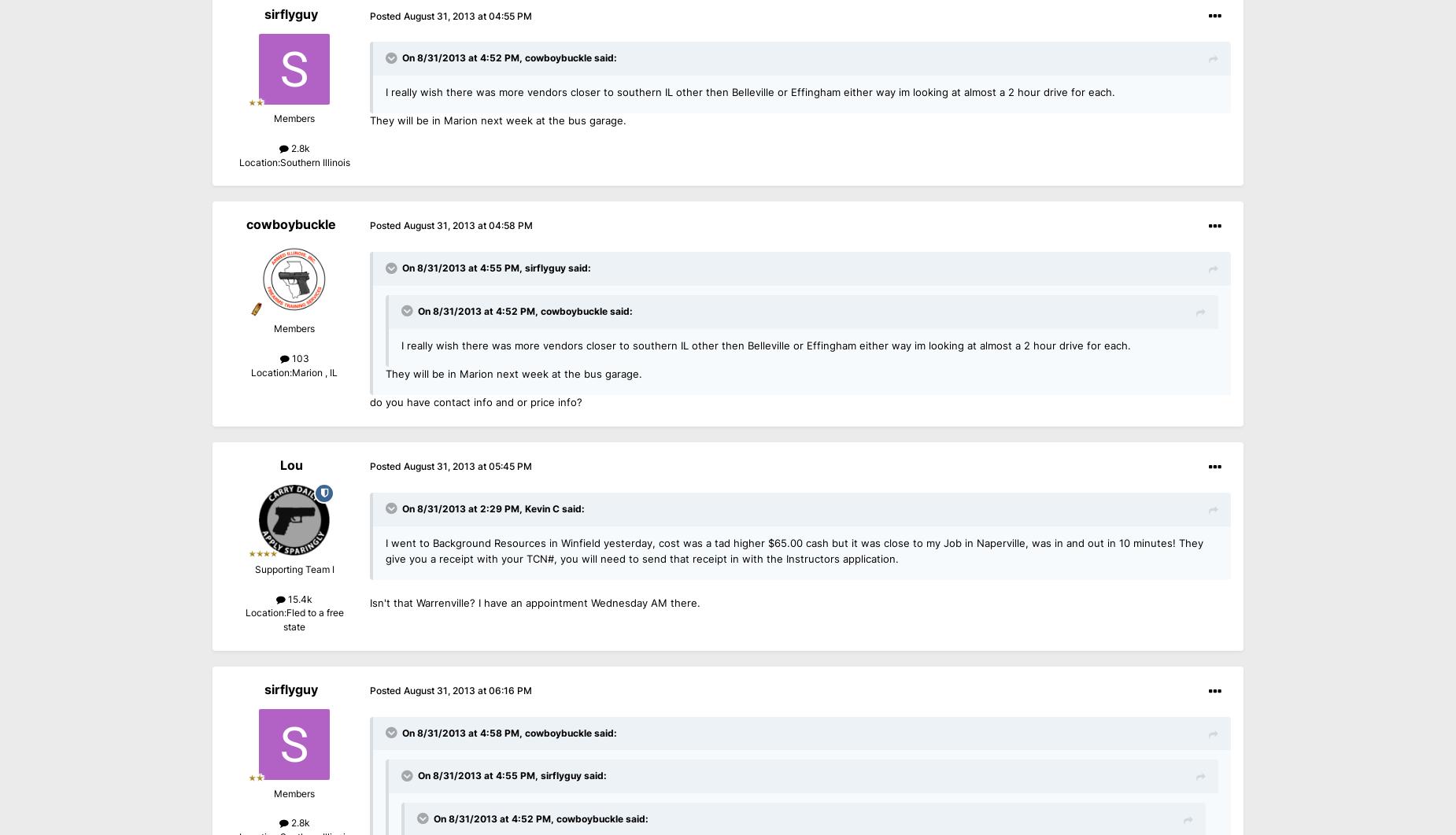 The height and width of the screenshot is (835, 1456). What do you see at coordinates (313, 371) in the screenshot?
I see `'Marion , IL'` at bounding box center [313, 371].